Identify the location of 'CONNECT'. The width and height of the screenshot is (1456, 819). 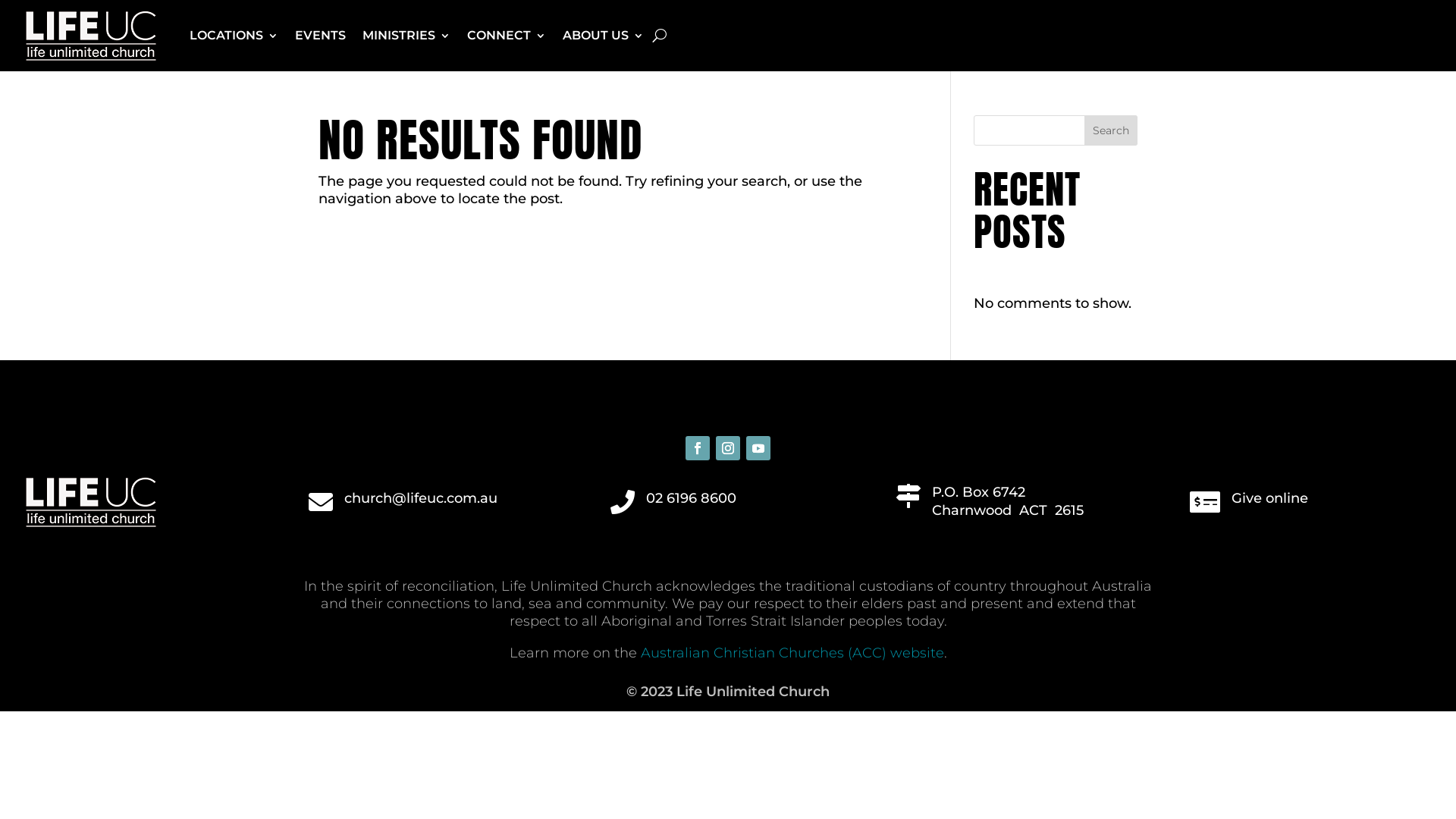
(466, 34).